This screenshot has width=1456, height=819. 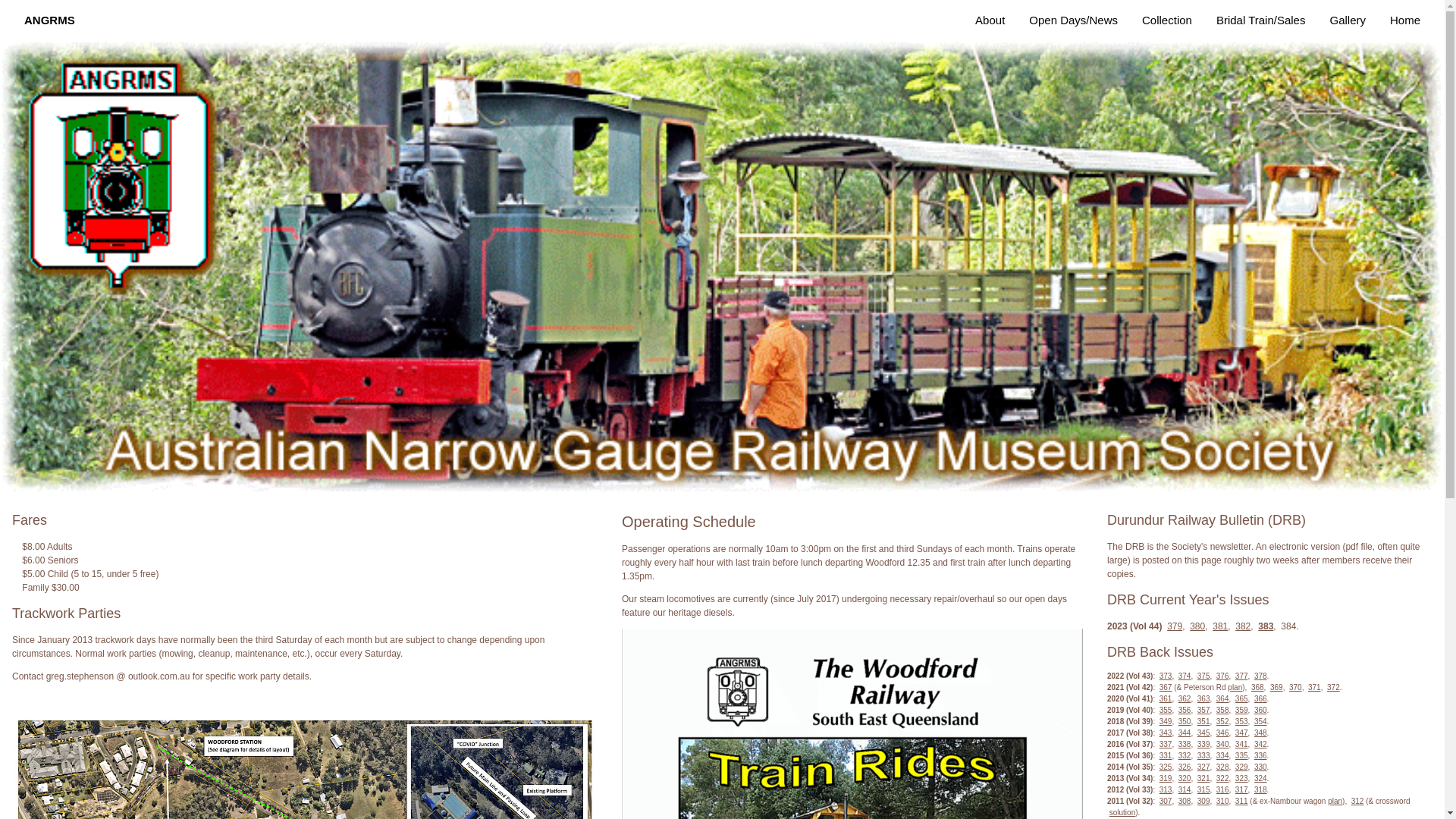 I want to click on '308', so click(x=1184, y=800).